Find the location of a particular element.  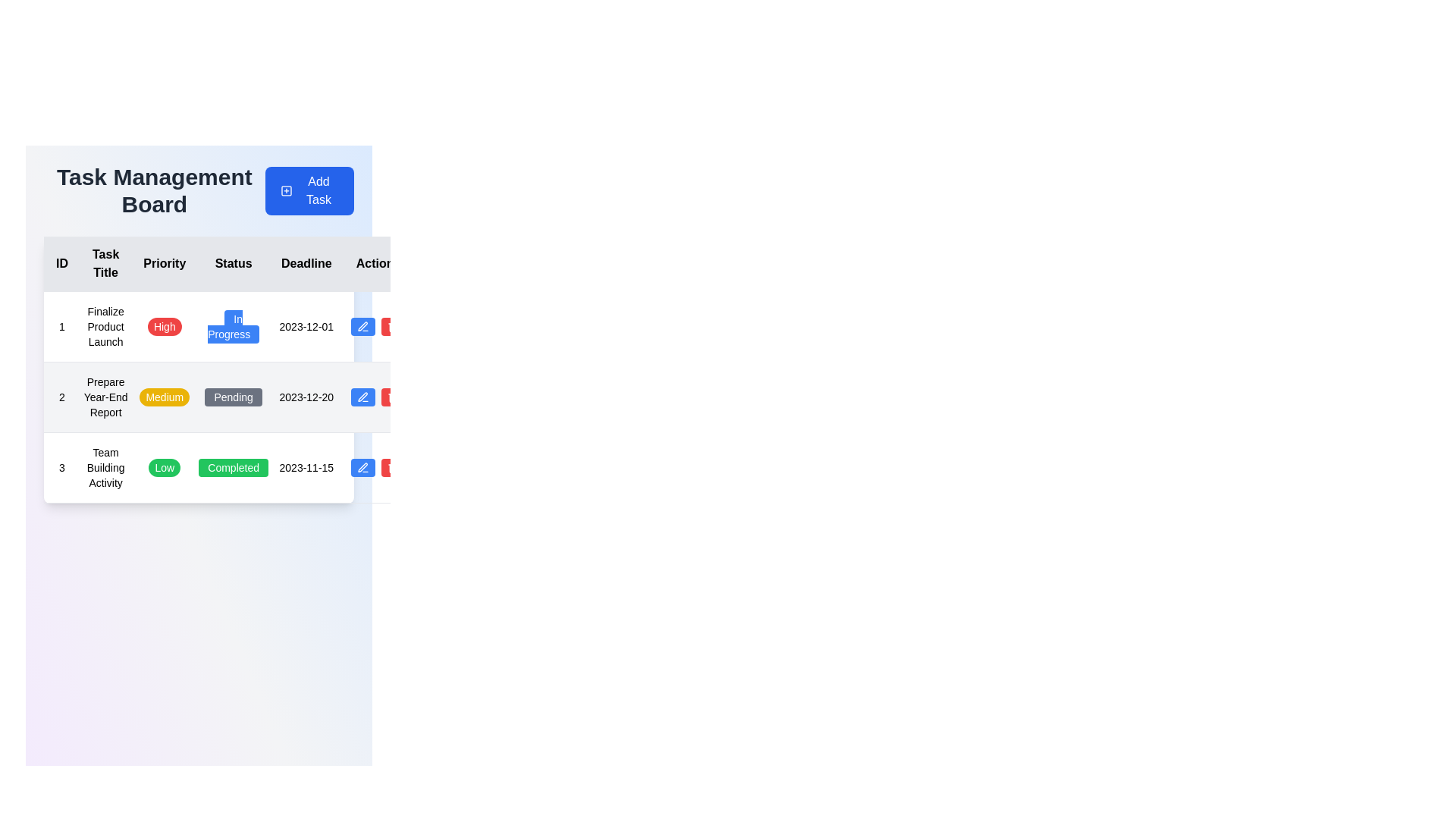

the small blue square with rounded corners located in the top-right corner of the 'Add Task' button is located at coordinates (286, 190).